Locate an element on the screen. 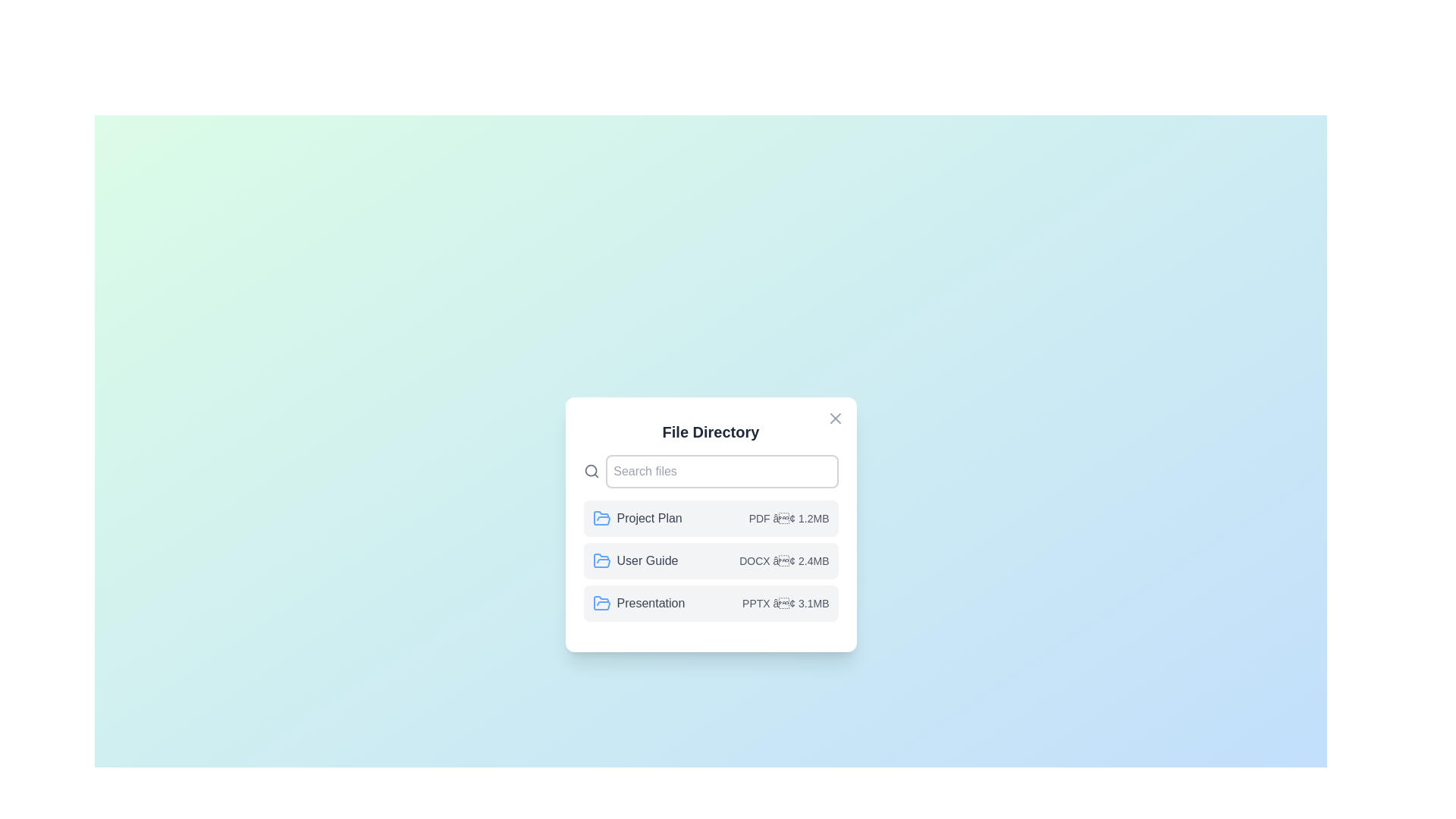 Image resolution: width=1456 pixels, height=819 pixels. the file entry User Guide to select it is located at coordinates (710, 561).